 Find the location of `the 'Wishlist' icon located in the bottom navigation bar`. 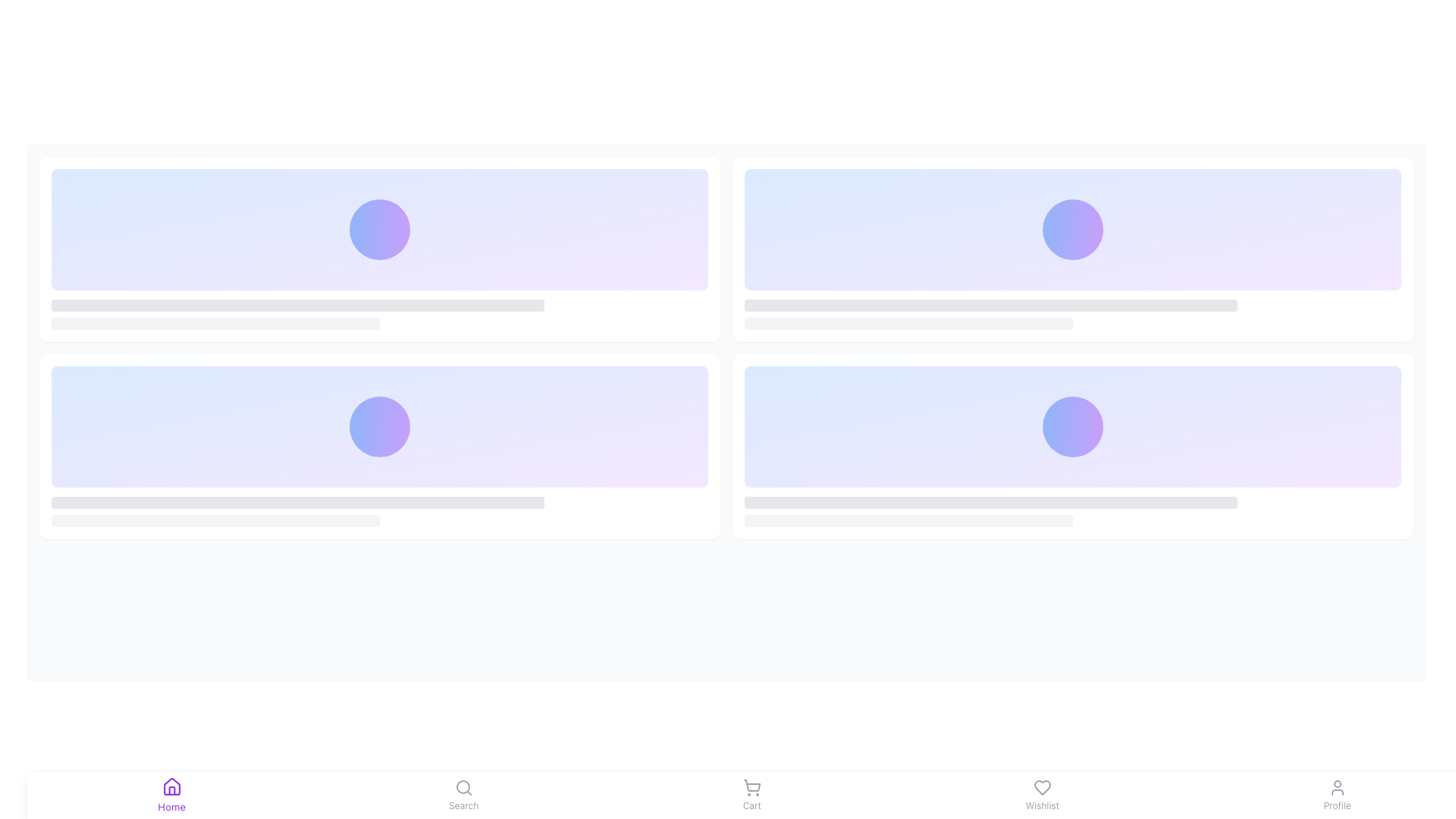

the 'Wishlist' icon located in the bottom navigation bar is located at coordinates (1041, 786).